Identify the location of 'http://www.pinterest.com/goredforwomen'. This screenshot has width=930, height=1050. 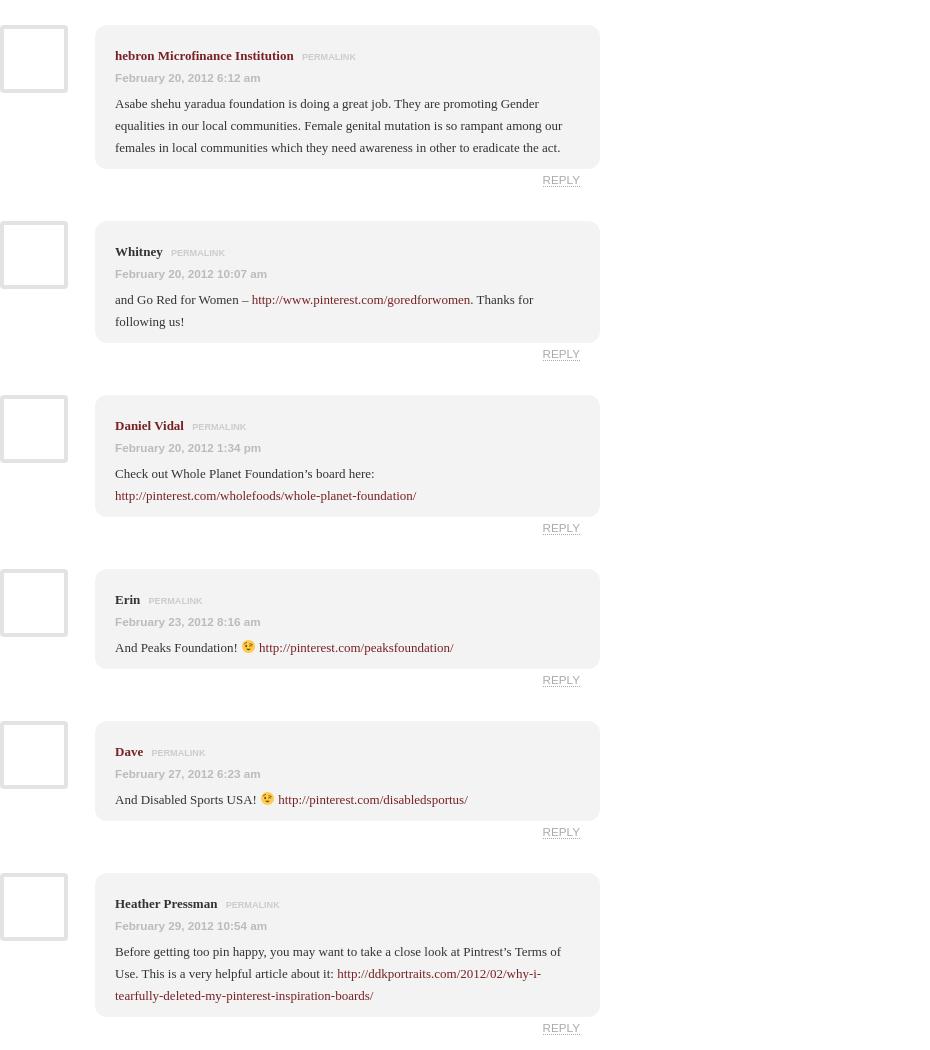
(359, 297).